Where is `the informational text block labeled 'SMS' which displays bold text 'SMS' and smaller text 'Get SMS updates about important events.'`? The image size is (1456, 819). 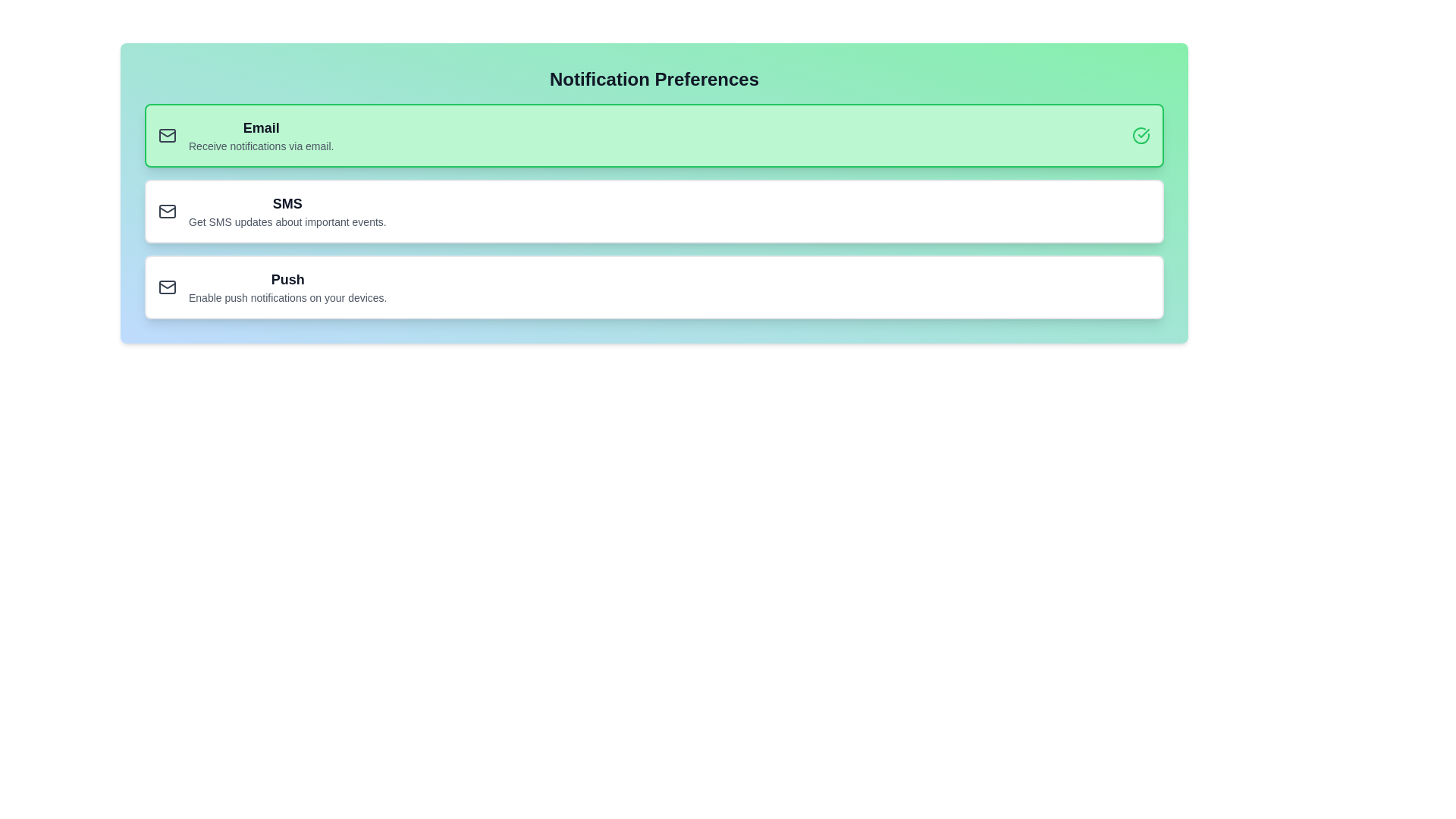
the informational text block labeled 'SMS' which displays bold text 'SMS' and smaller text 'Get SMS updates about important events.' is located at coordinates (287, 211).